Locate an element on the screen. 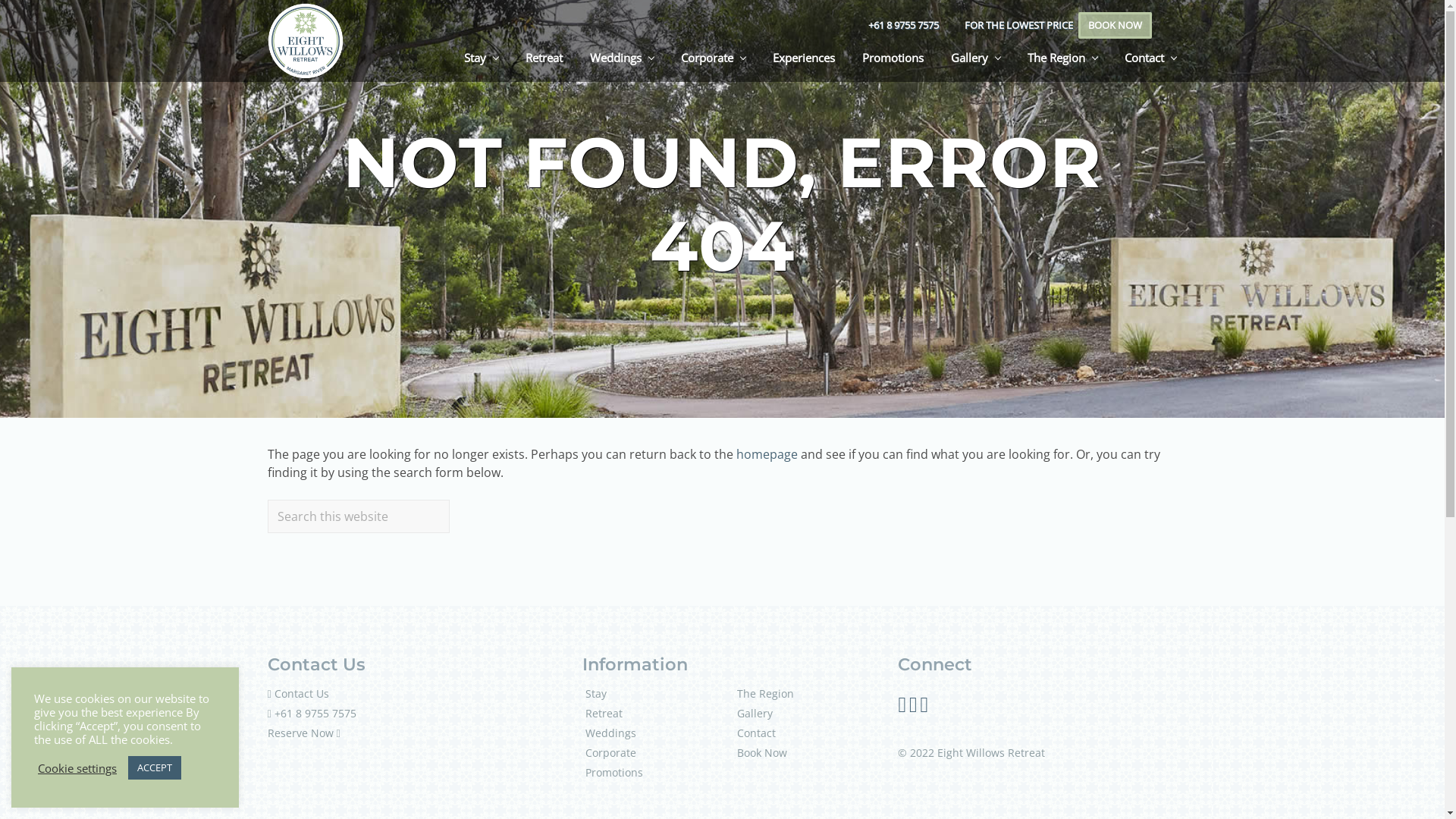 The width and height of the screenshot is (1456, 819). 'Cookie settings' is located at coordinates (76, 768).